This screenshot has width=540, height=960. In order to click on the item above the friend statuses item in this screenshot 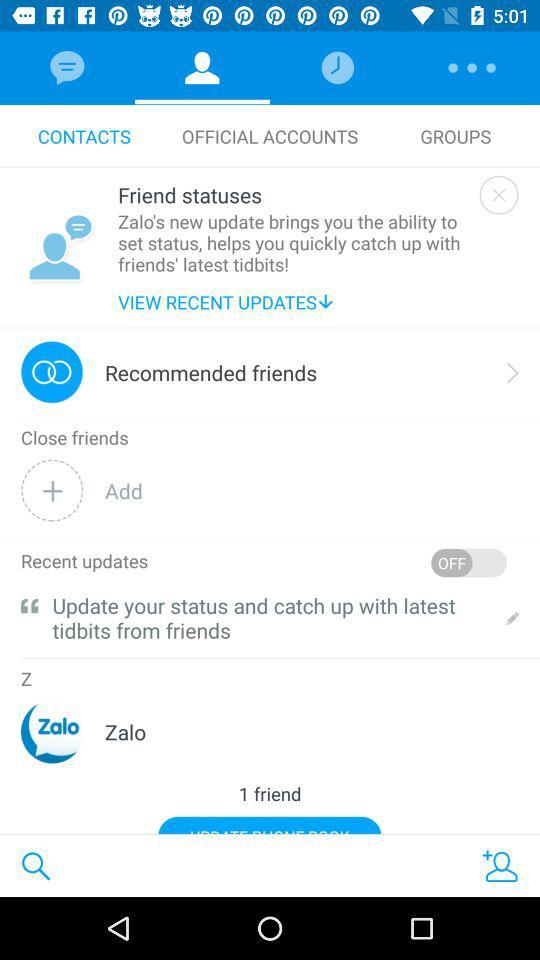, I will do `click(270, 135)`.